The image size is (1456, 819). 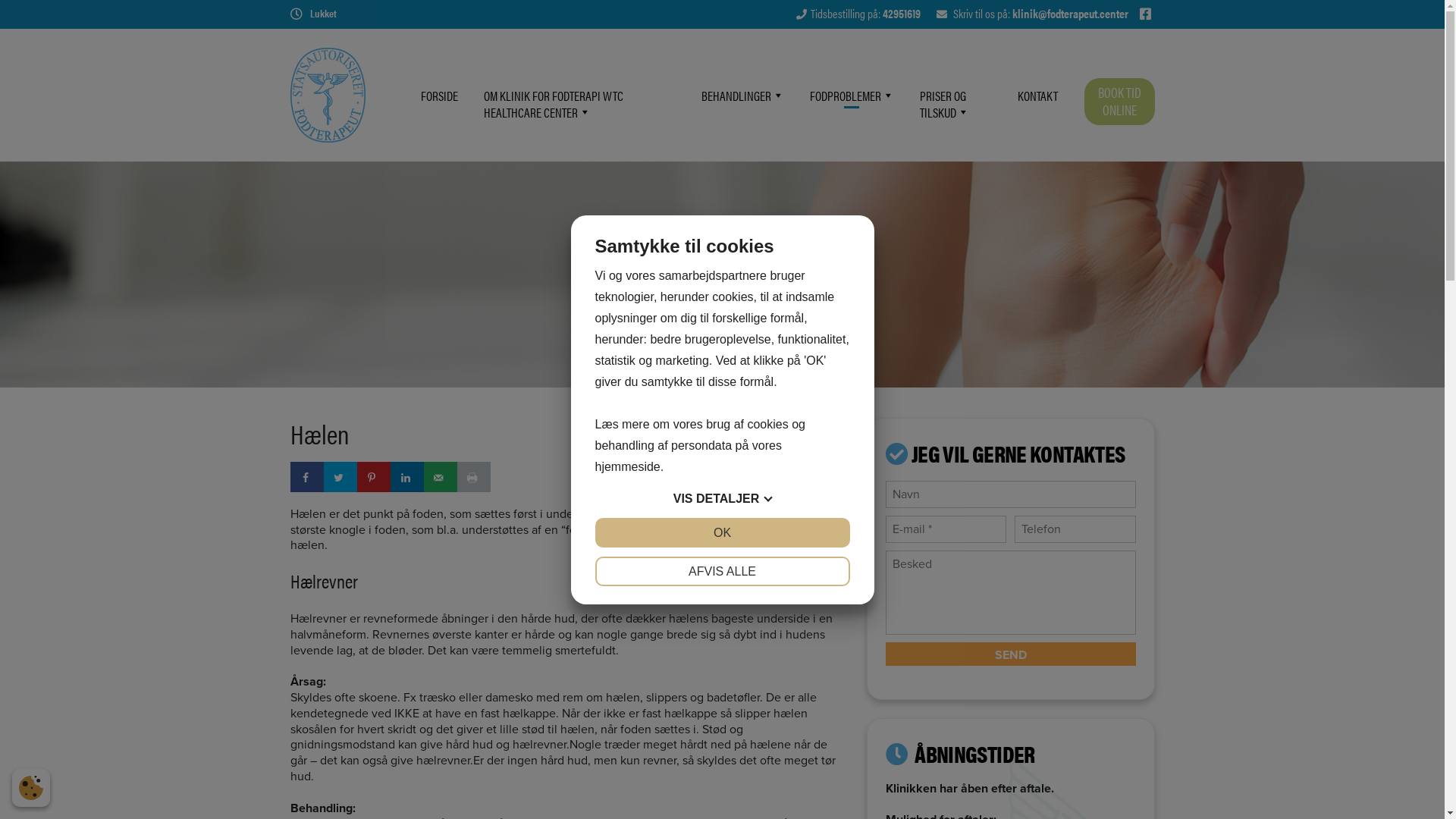 I want to click on 'VIS DETALJER', so click(x=593, y=498).